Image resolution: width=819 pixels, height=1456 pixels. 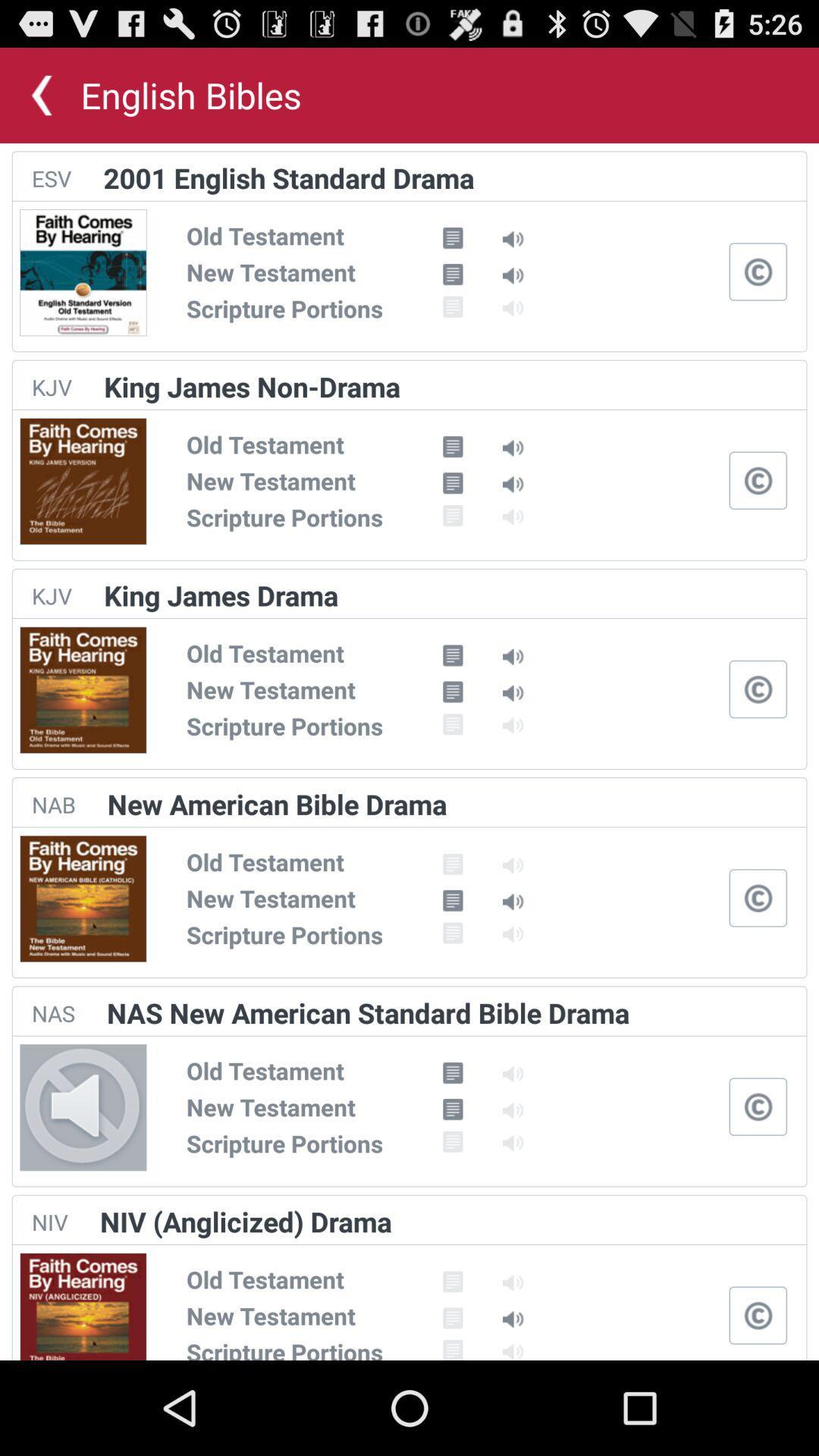 What do you see at coordinates (52, 803) in the screenshot?
I see `nab icon` at bounding box center [52, 803].